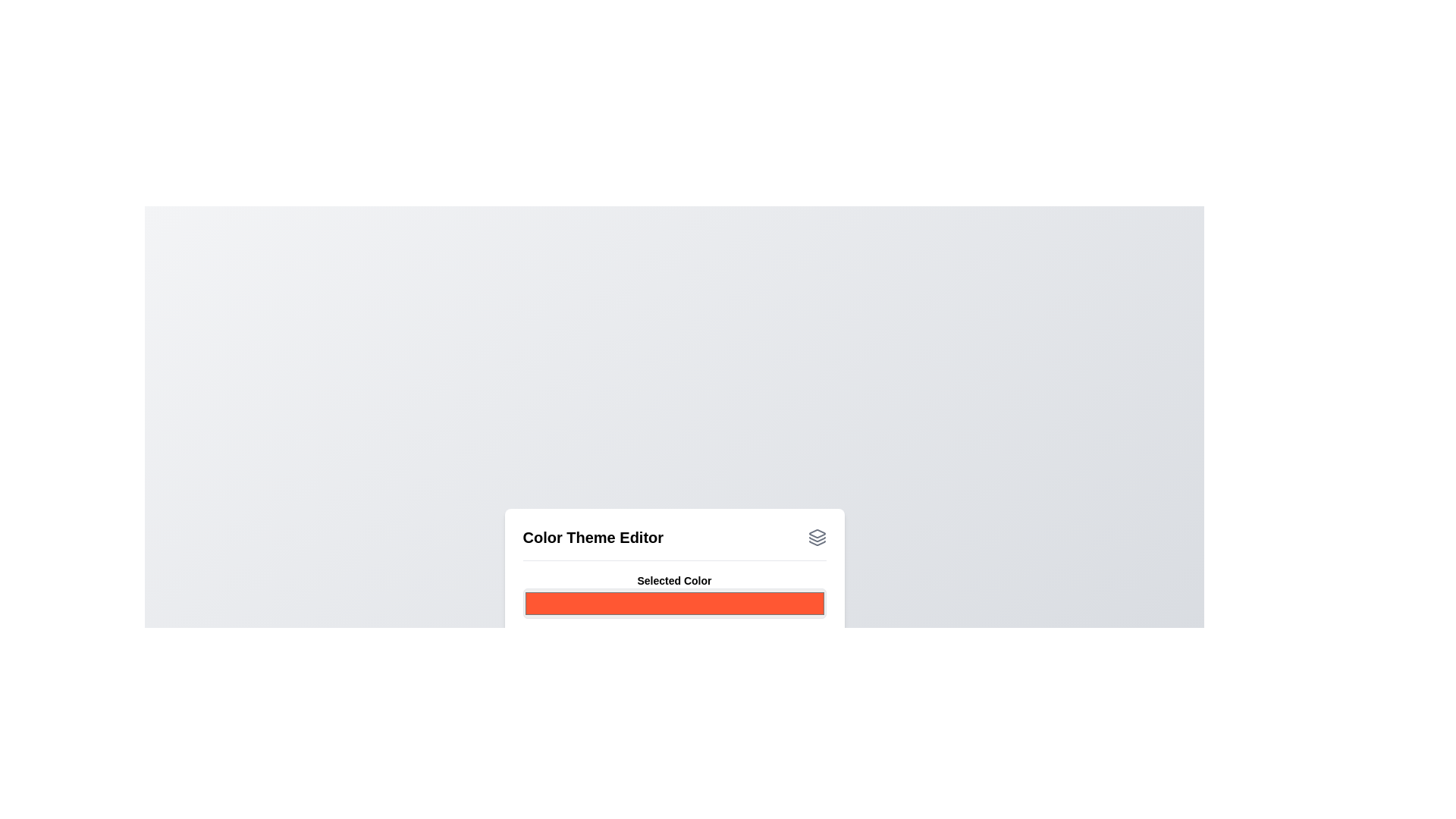 The height and width of the screenshot is (819, 1456). What do you see at coordinates (673, 595) in the screenshot?
I see `the Color display box which visually represents the selected color and displays its label, located under the title 'Color Theme Editor'` at bounding box center [673, 595].